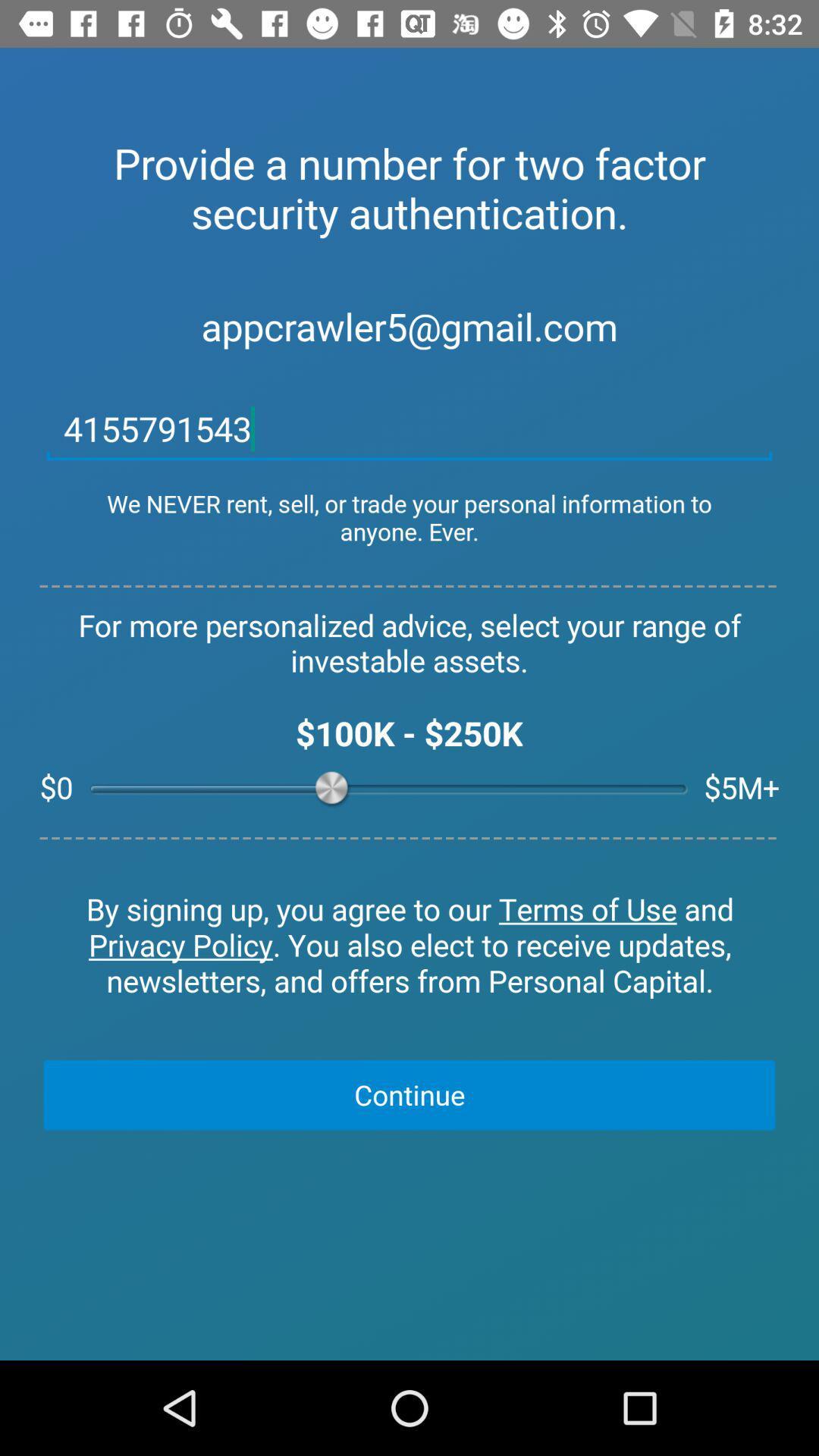 This screenshot has height=1456, width=819. I want to click on terms and privacy rules, so click(409, 946).